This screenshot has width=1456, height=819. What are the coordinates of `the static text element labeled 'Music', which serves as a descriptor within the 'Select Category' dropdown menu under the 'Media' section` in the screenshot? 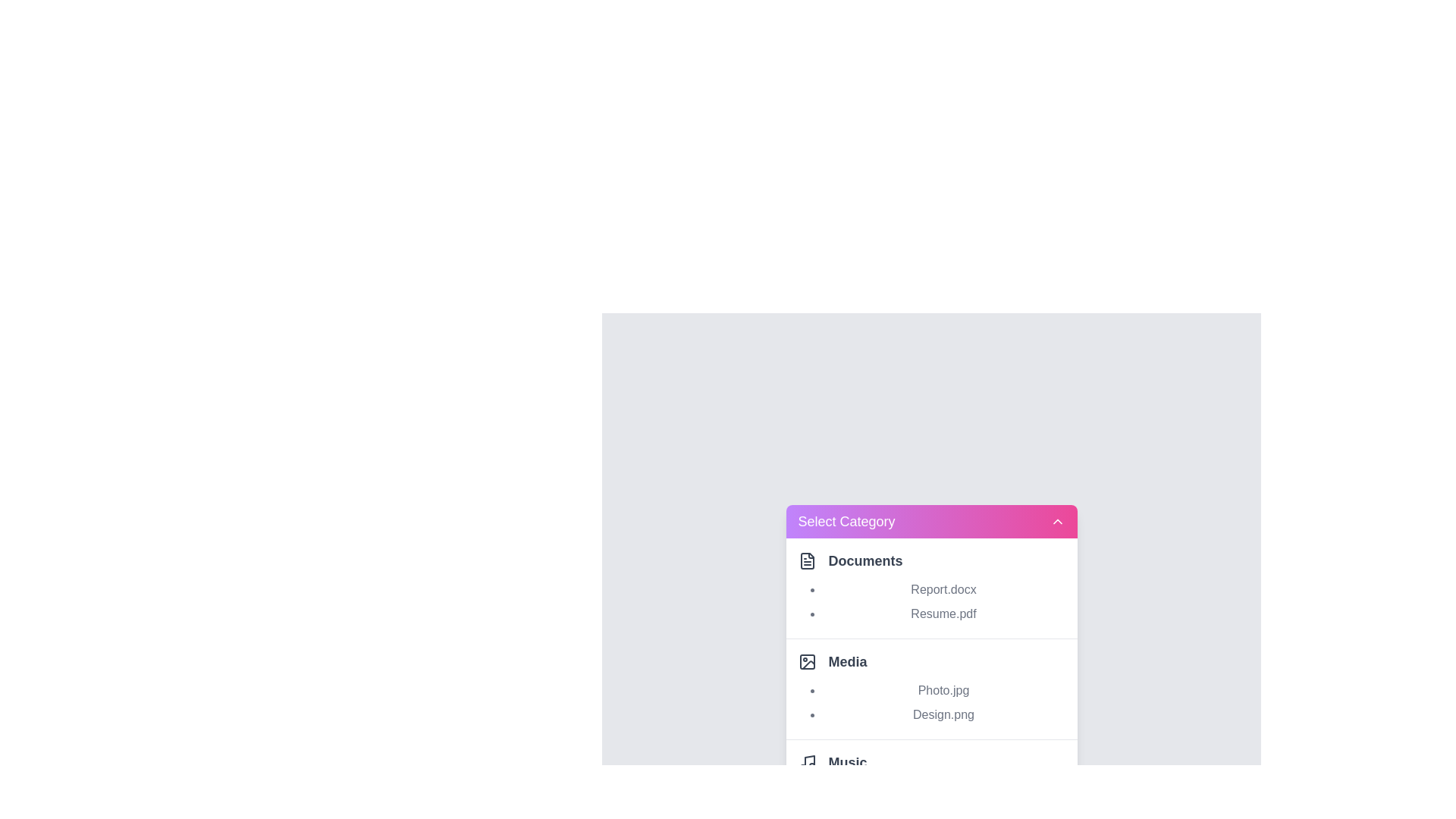 It's located at (847, 762).